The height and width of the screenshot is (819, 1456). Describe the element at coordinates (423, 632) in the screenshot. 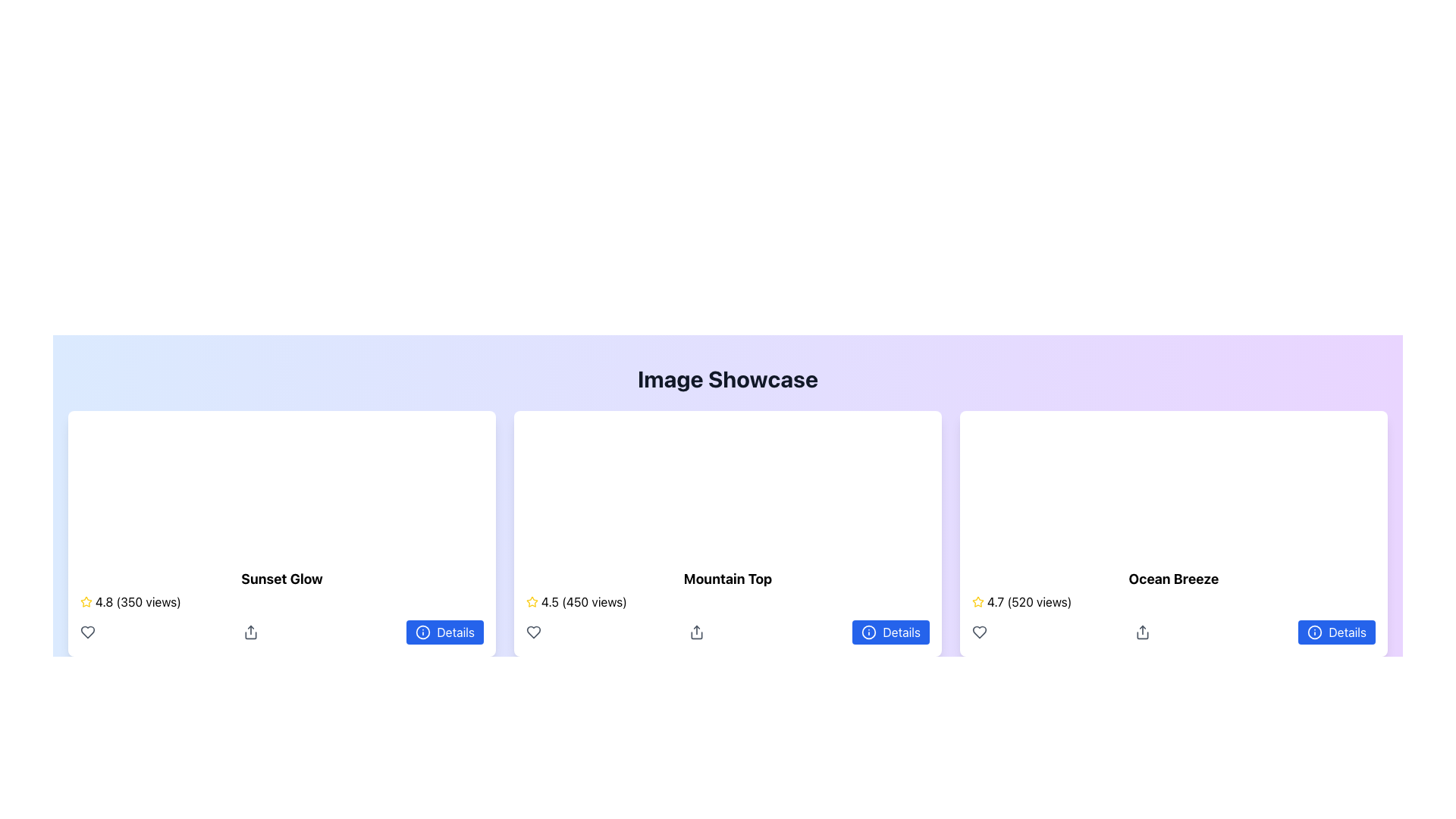

I see `the leftmost icon of the 'Details' button located at the bottom right corner of the image card` at that location.